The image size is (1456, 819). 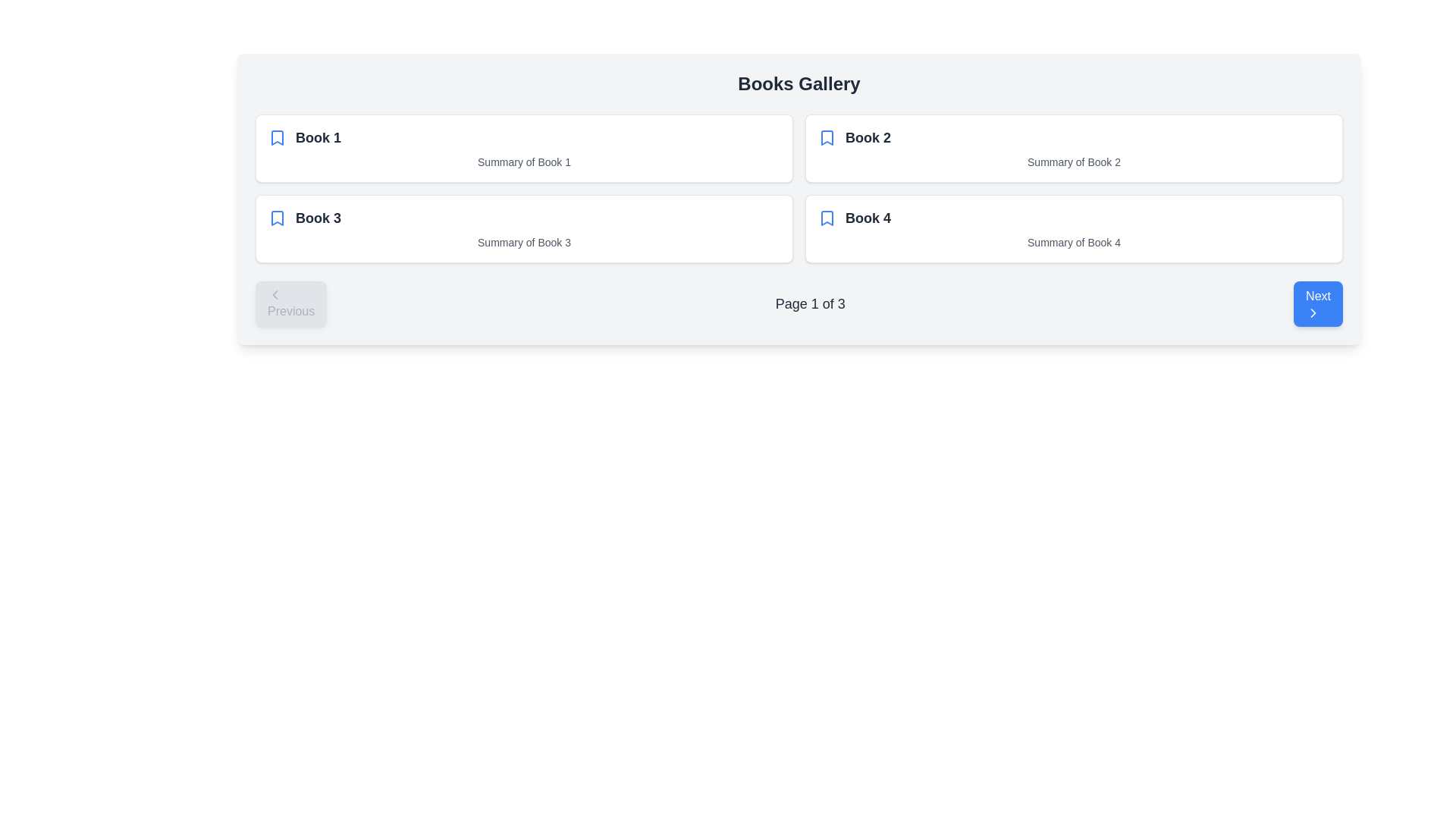 What do you see at coordinates (277, 218) in the screenshot?
I see `the blue bookmark icon located to the left of the text 'Book 3' in the same row, which is styled with a distinct outline` at bounding box center [277, 218].